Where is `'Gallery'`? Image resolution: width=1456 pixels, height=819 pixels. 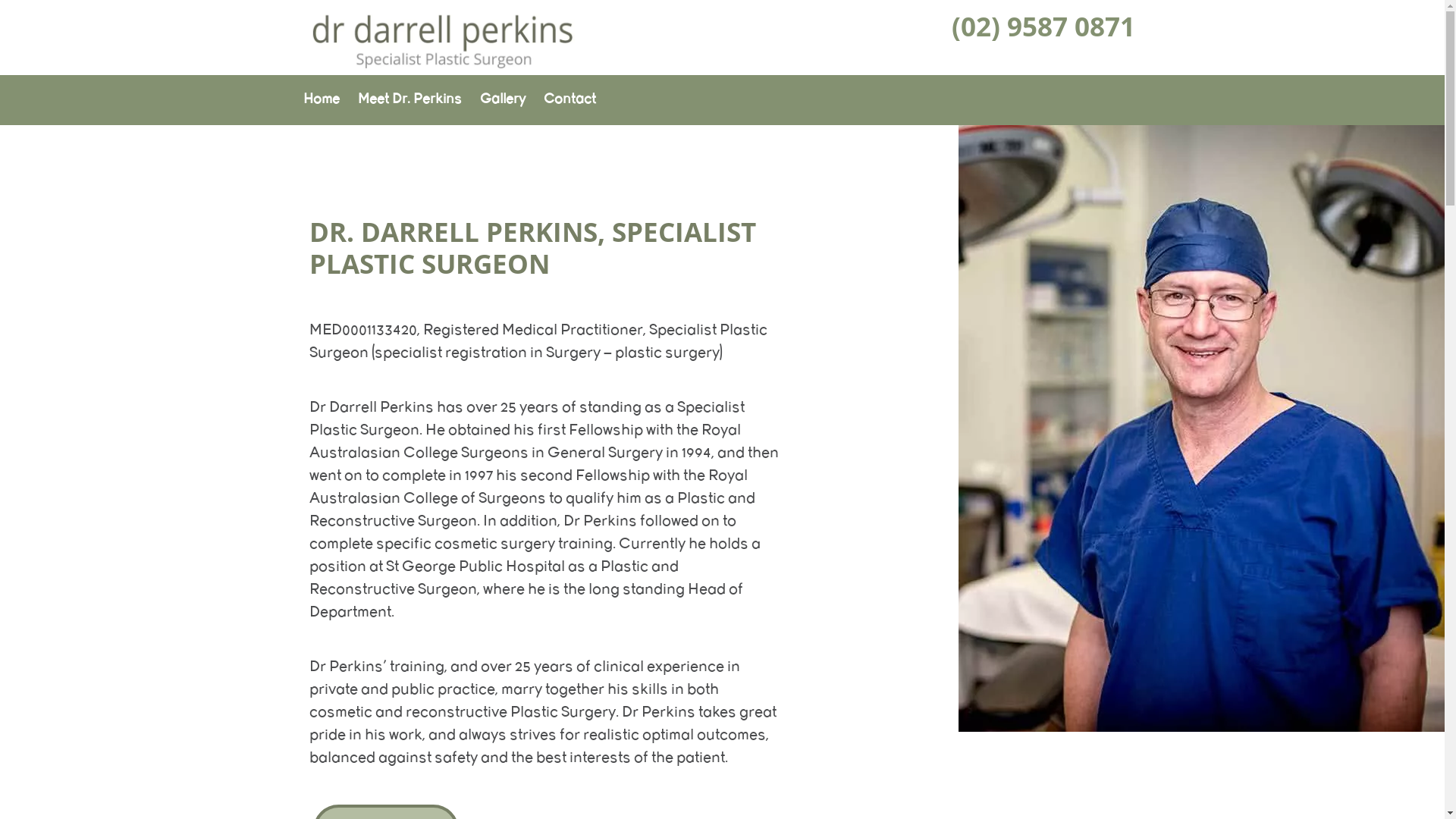 'Gallery' is located at coordinates (502, 99).